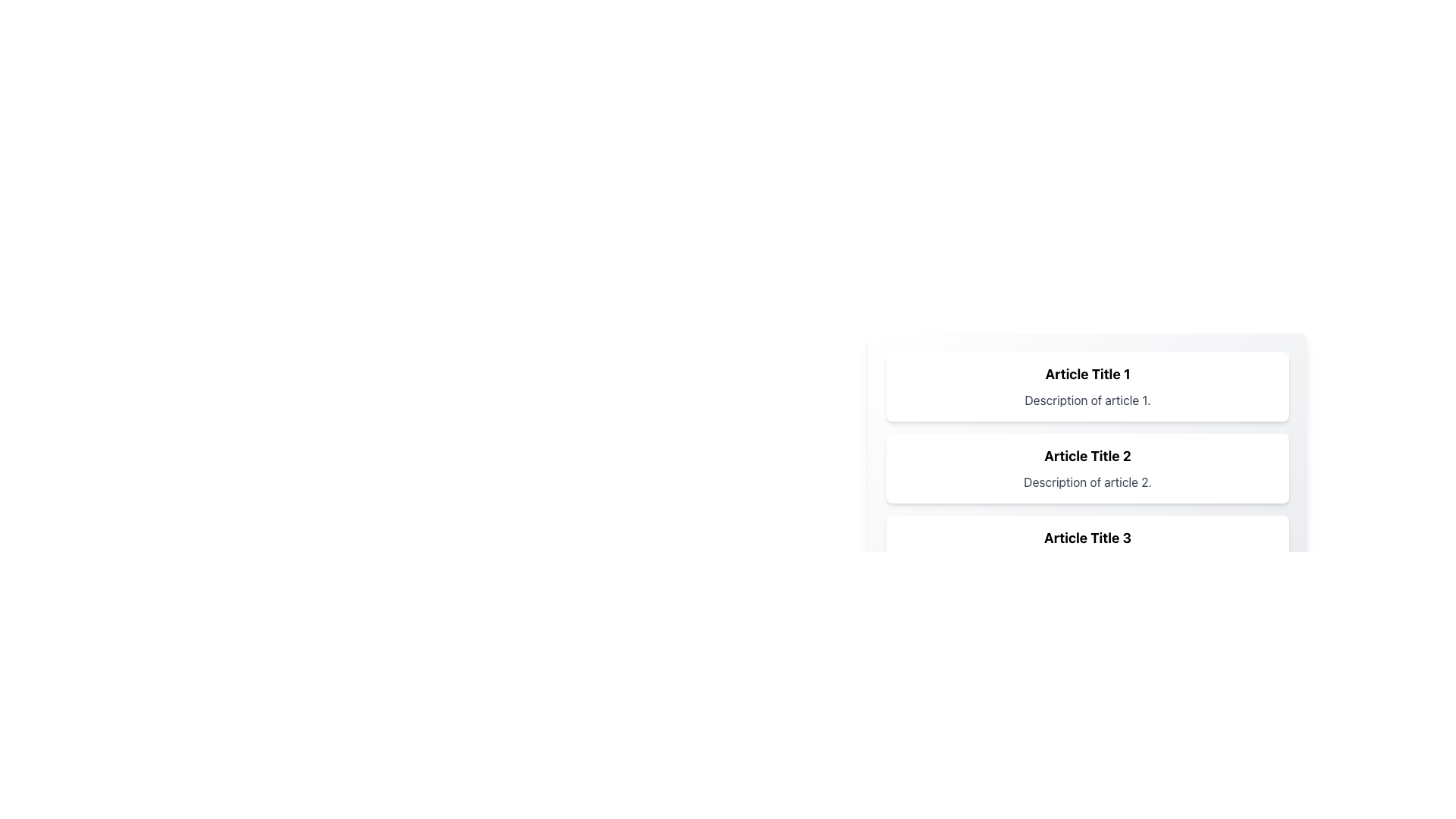 The image size is (1456, 819). Describe the element at coordinates (1087, 482) in the screenshot. I see `the descriptive label located below 'Article Title 2' in the card component` at that location.